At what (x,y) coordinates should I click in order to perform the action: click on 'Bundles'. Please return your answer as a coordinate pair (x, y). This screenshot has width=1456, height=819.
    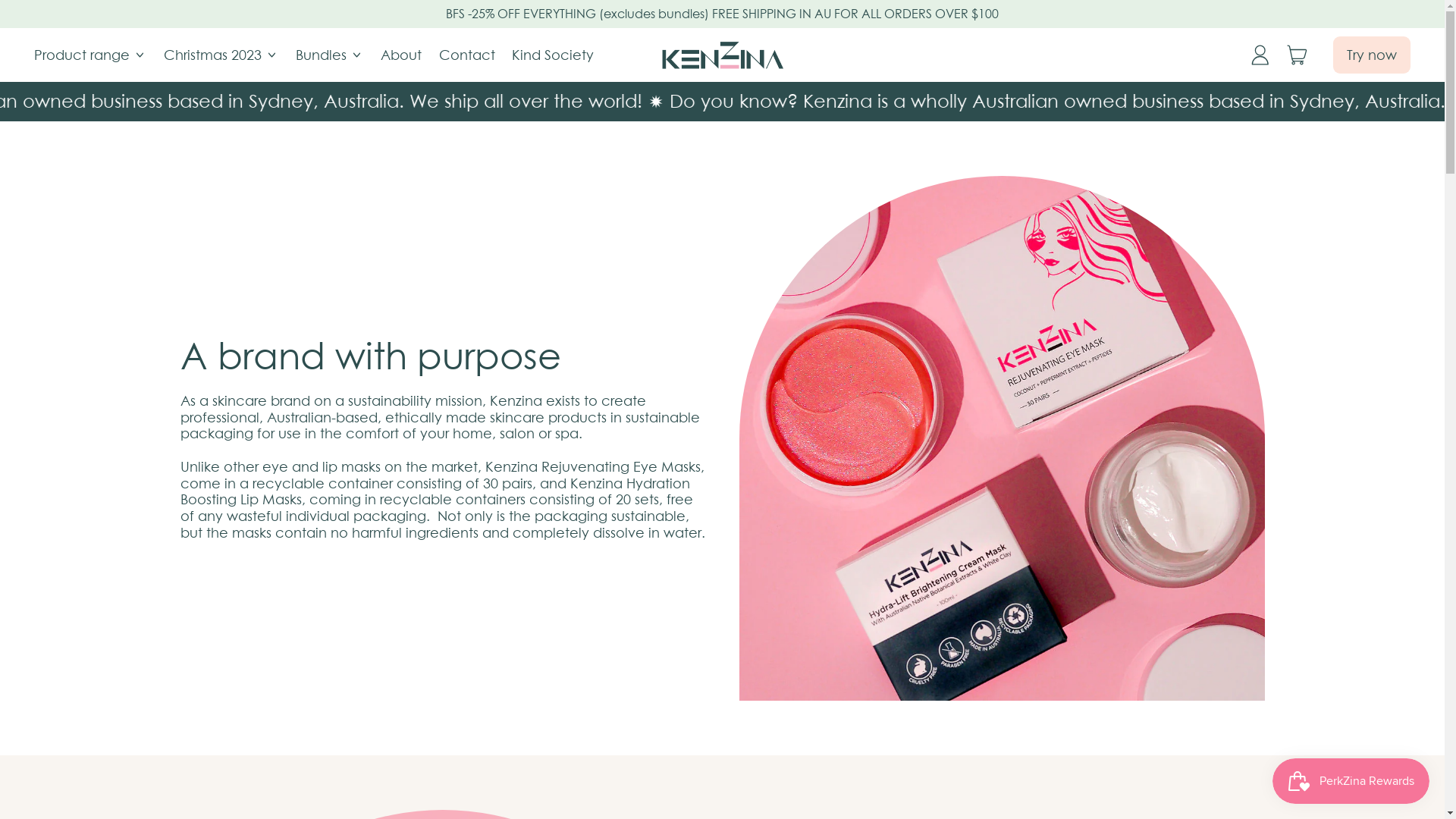
    Looking at the image, I should click on (329, 54).